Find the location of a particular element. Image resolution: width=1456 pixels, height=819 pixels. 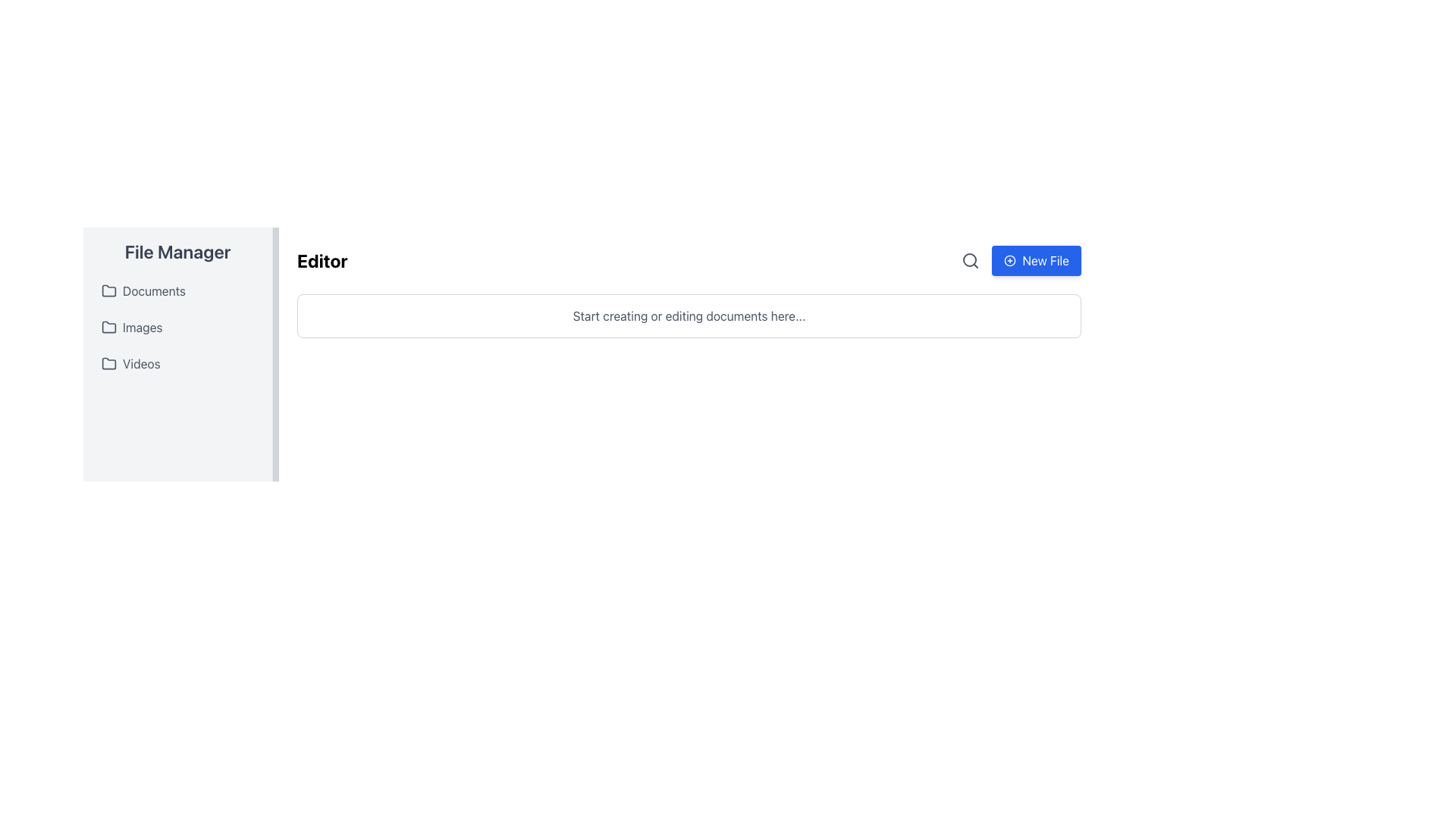

the folder icon resembling a document storage folder located next to the 'Images' label in the vertical navigation menu under 'File Manager' is located at coordinates (108, 326).